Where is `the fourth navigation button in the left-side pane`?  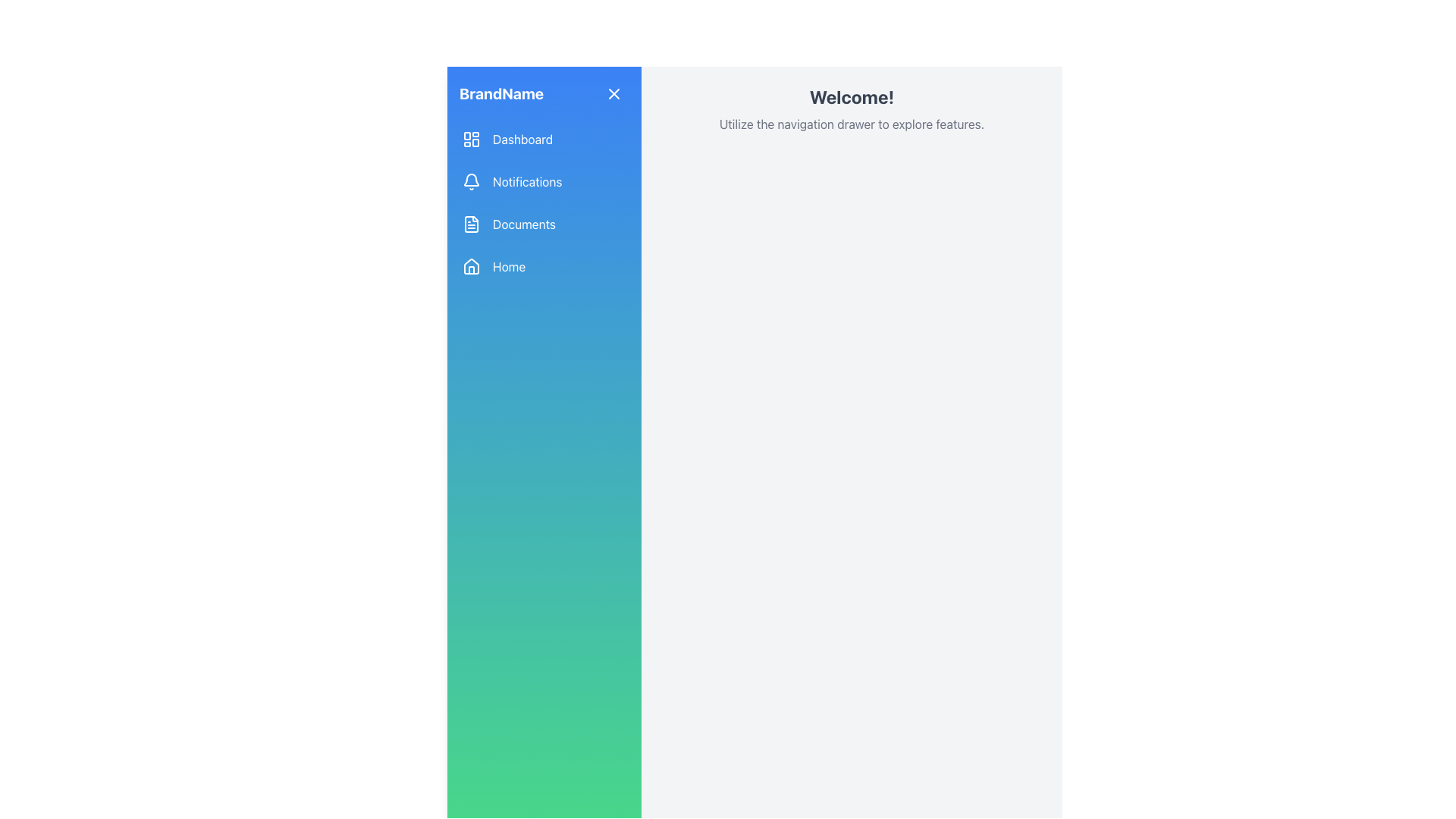
the fourth navigation button in the left-side pane is located at coordinates (494, 265).